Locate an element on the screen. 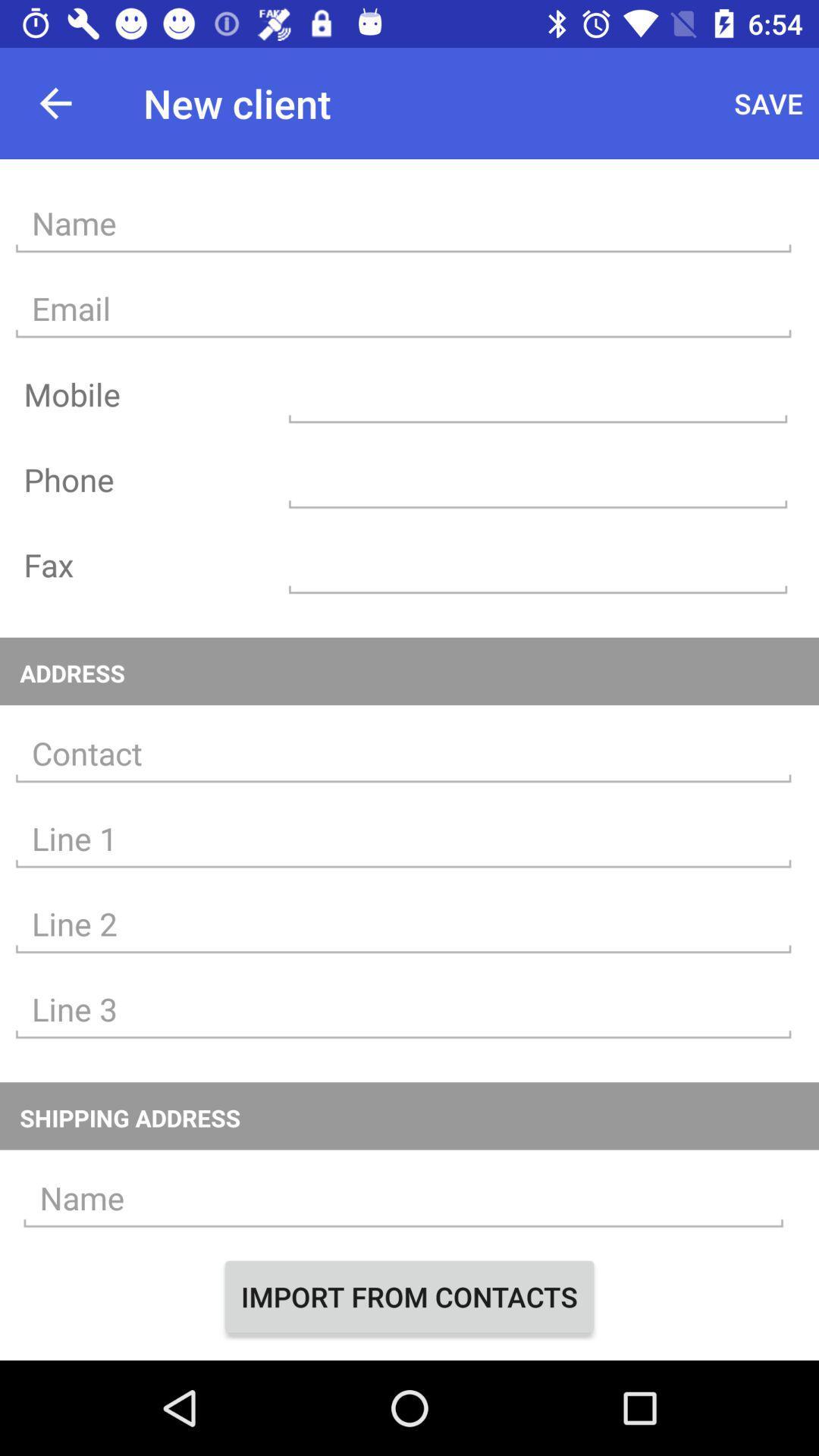  icon below shipping address icon is located at coordinates (403, 1197).